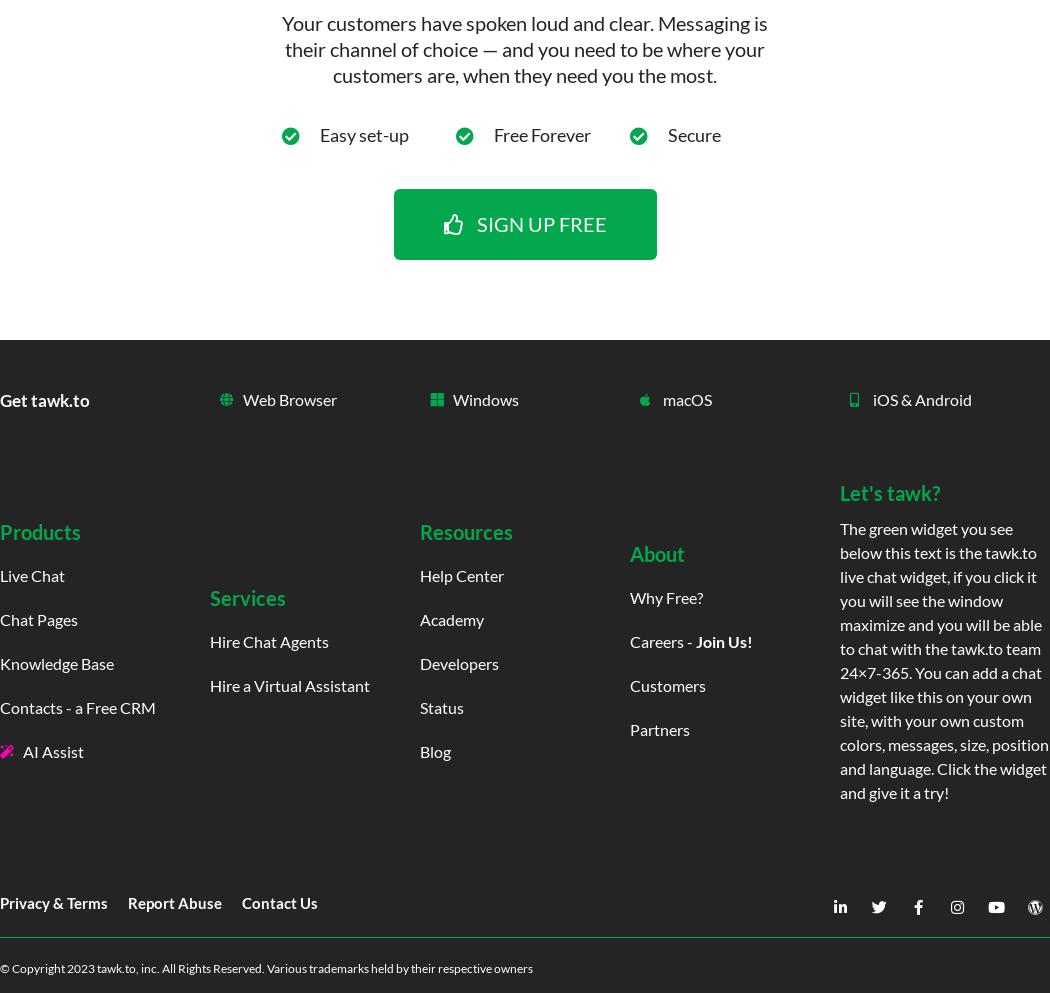 This screenshot has width=1050, height=993. I want to click on 'Knowledge Base', so click(56, 662).